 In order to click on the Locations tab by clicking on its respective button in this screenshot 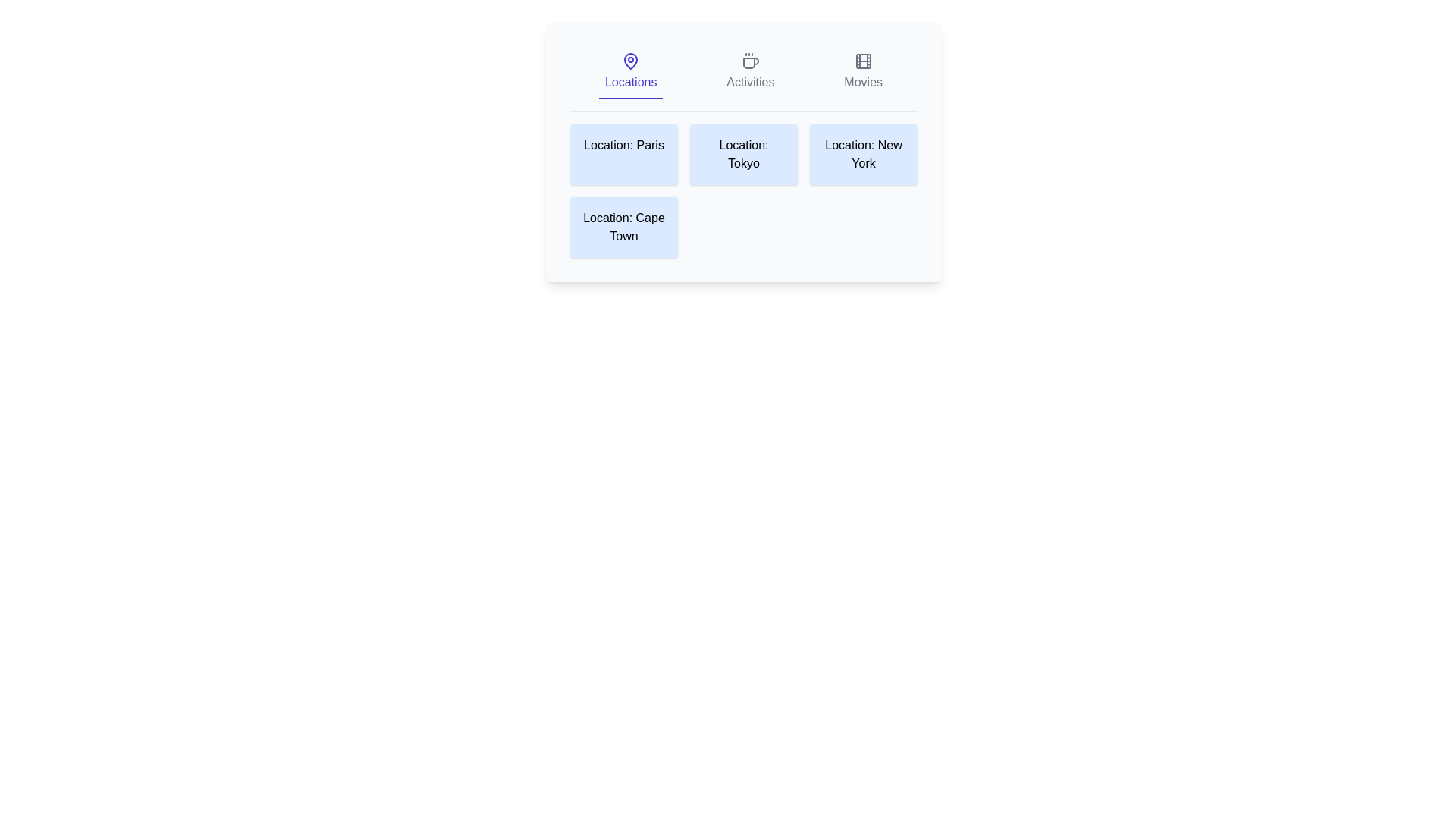, I will do `click(631, 73)`.